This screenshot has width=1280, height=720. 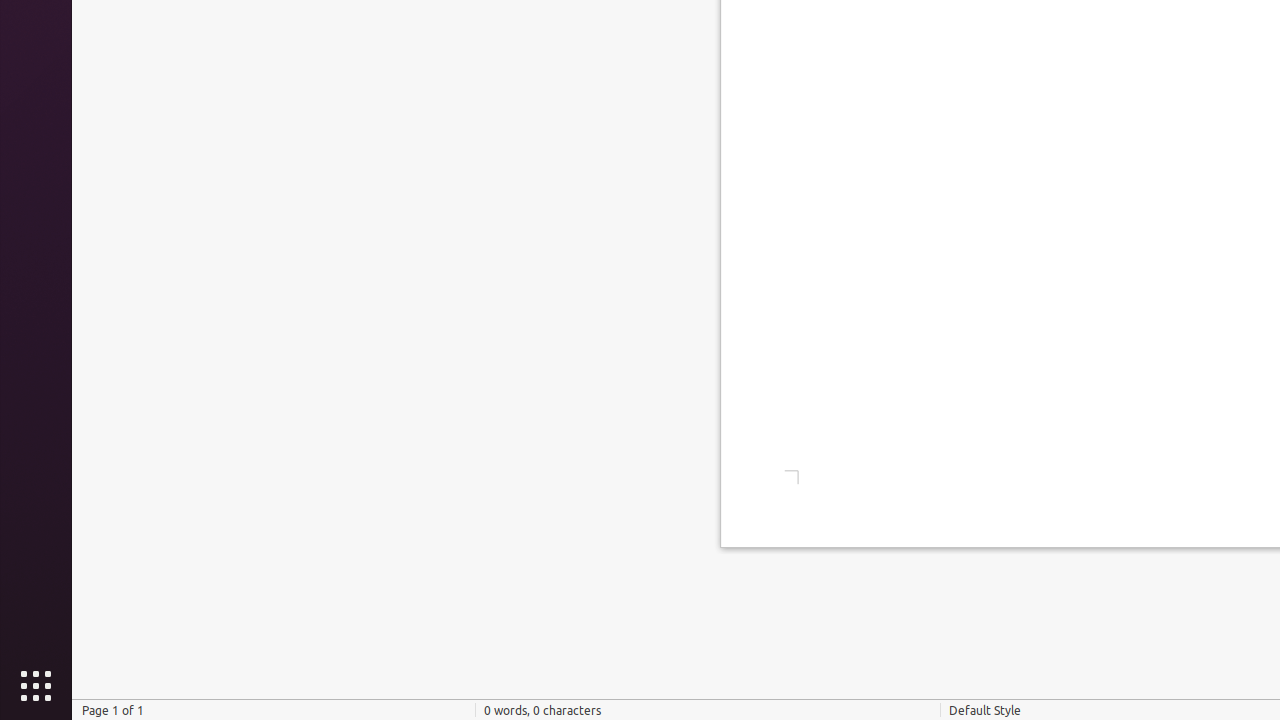 I want to click on 'Show Applications', so click(x=35, y=685).